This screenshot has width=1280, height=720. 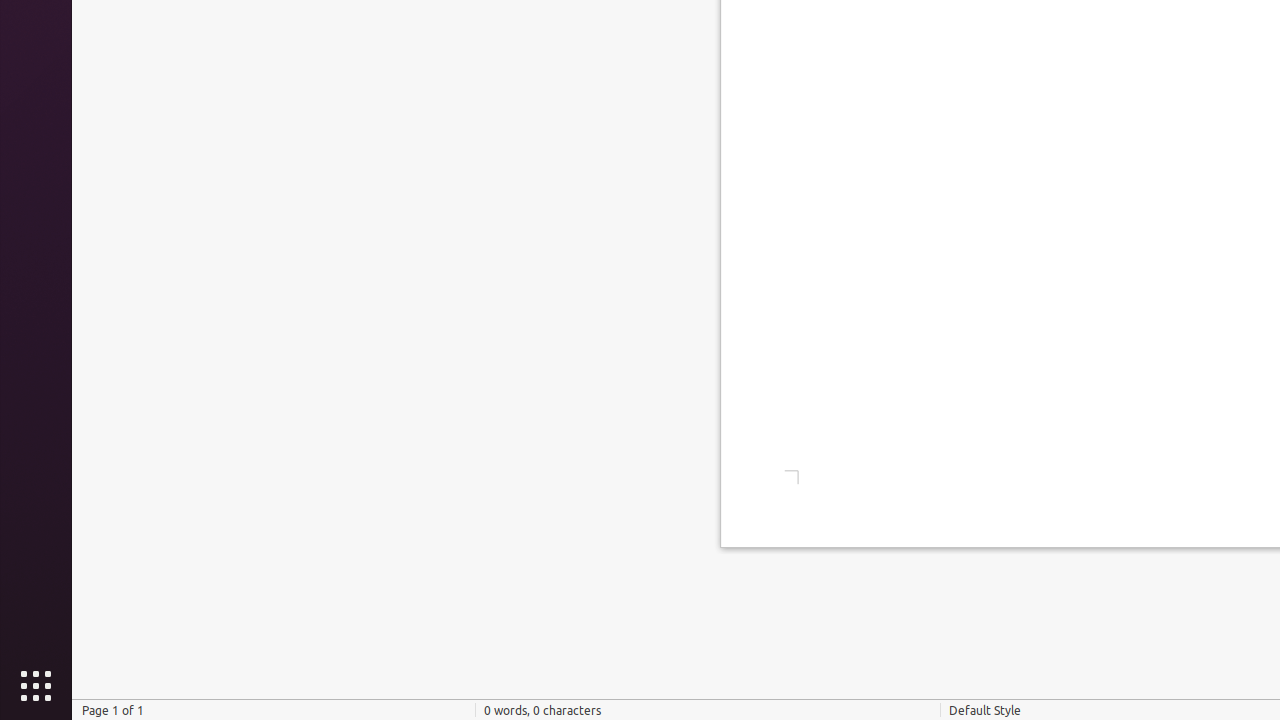 I want to click on 'Show Applications', so click(x=35, y=685).